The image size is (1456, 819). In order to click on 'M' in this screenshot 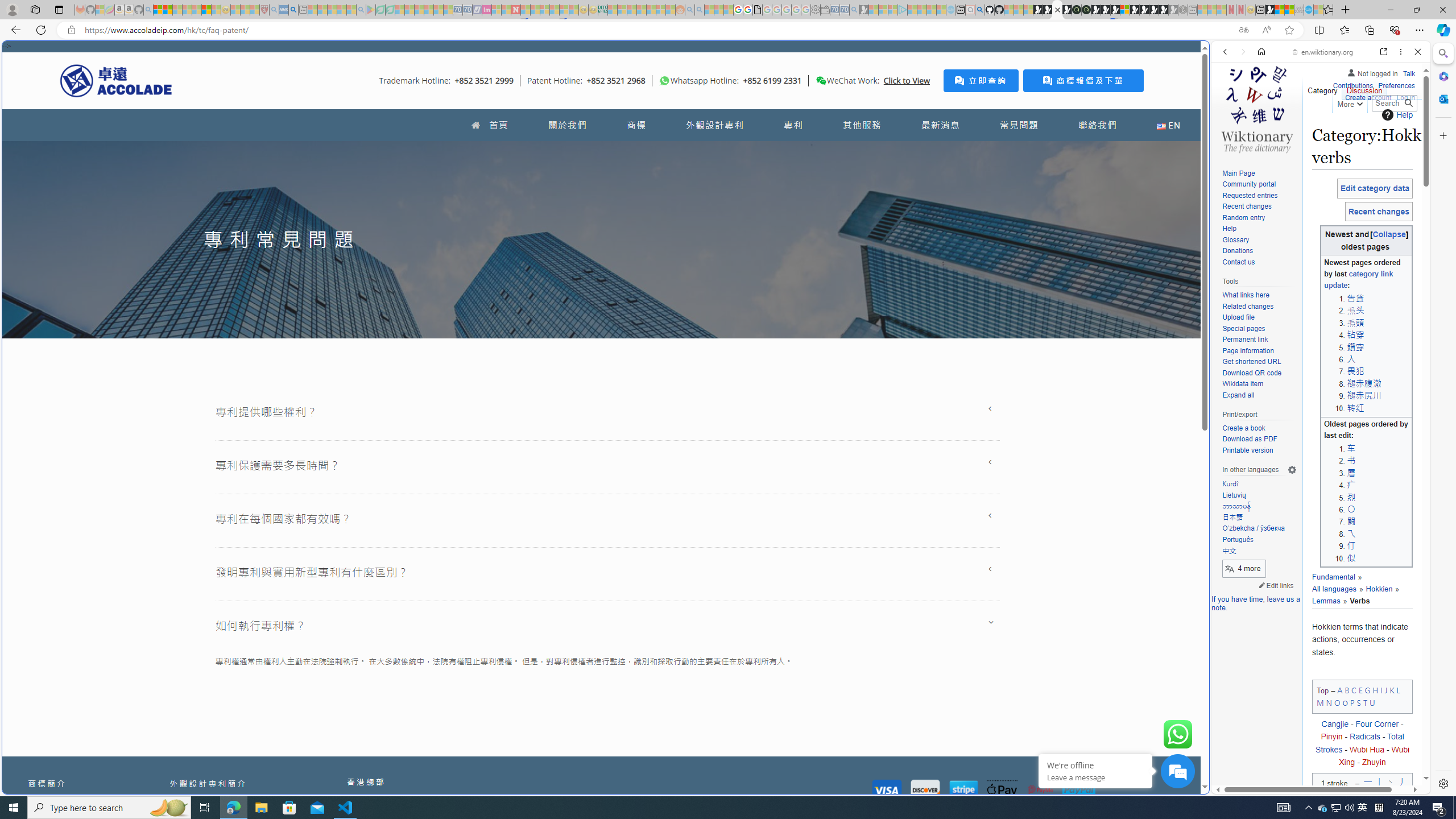, I will do `click(1319, 701)`.